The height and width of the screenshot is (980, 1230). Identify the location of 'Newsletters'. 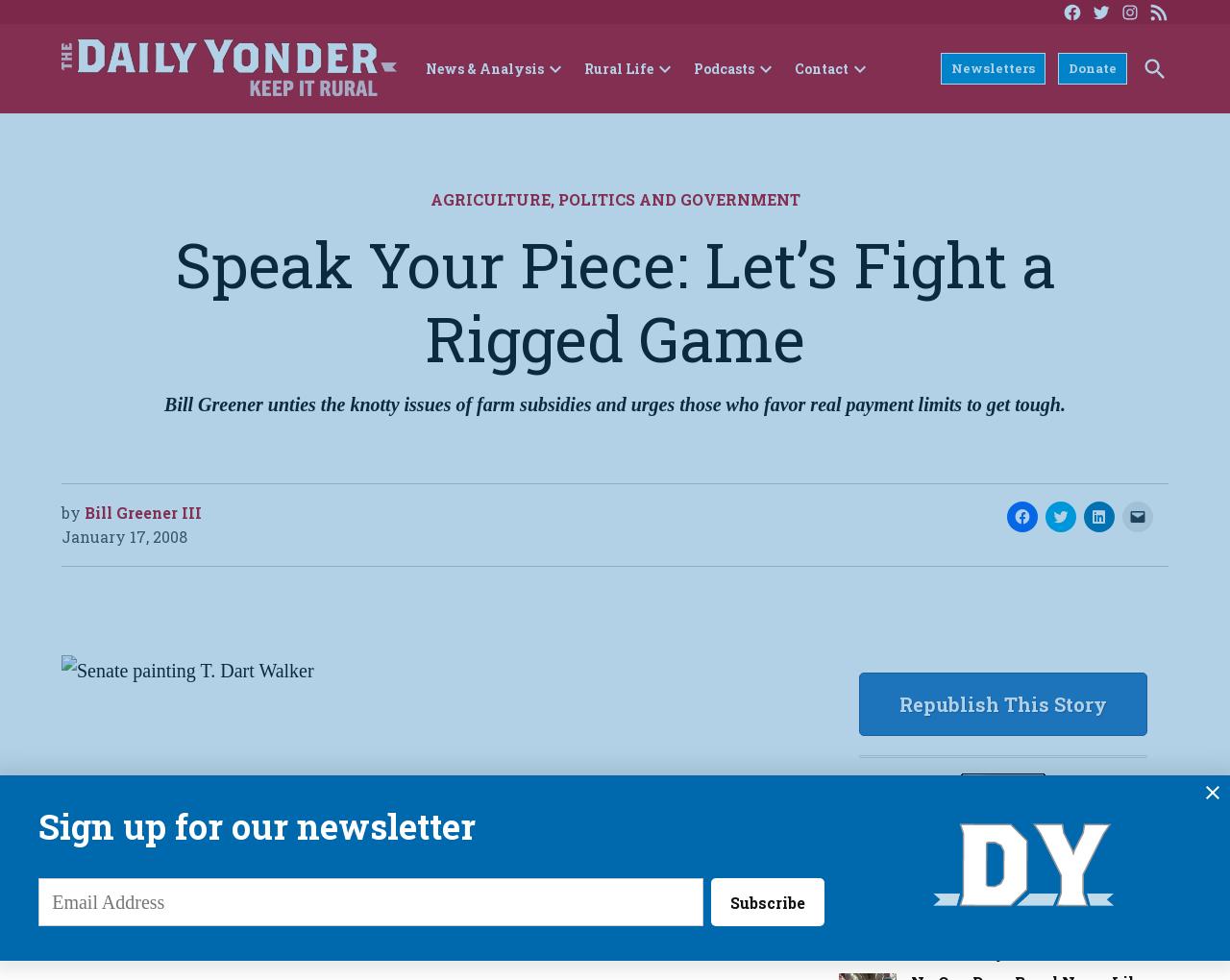
(993, 66).